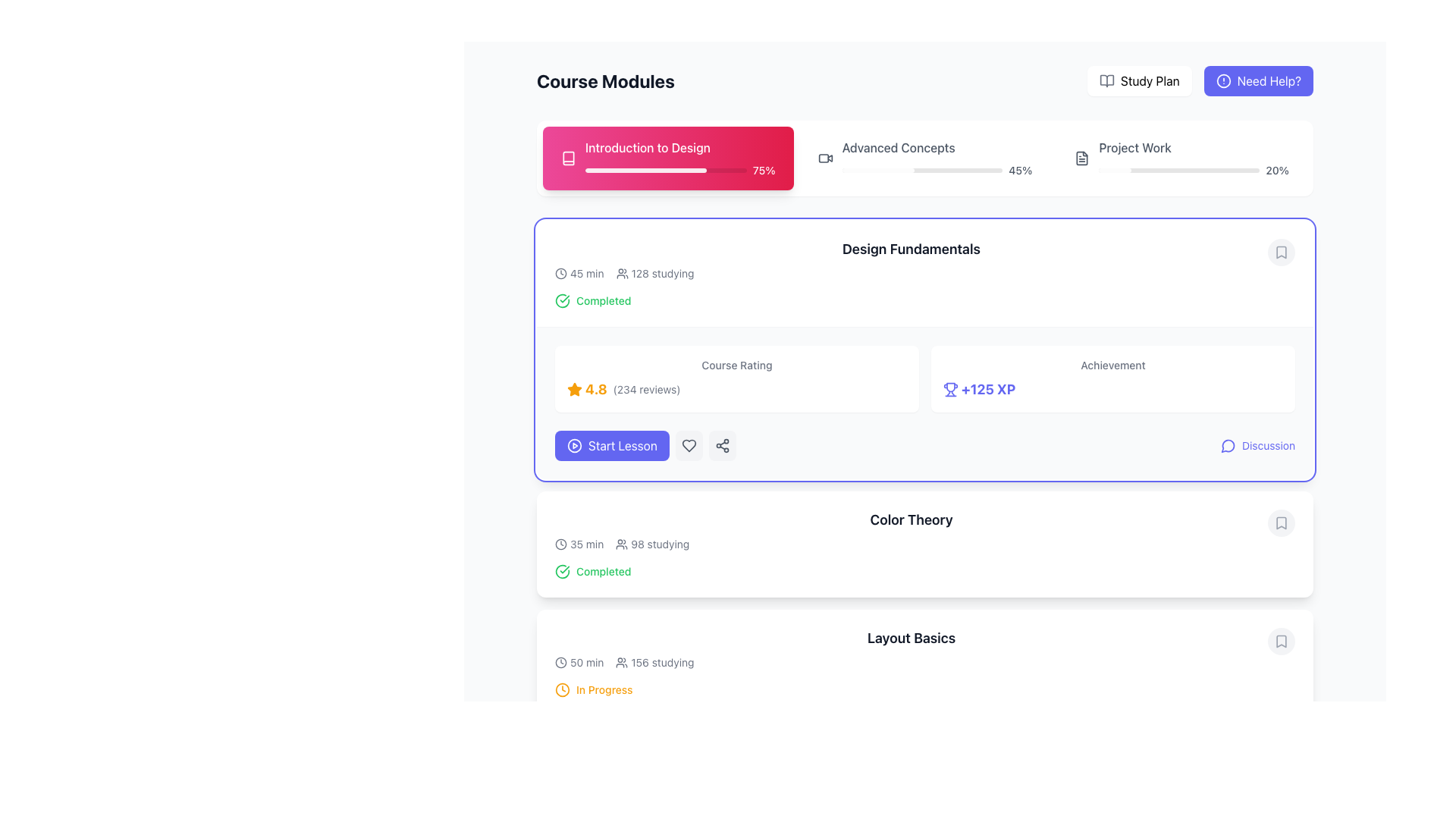  I want to click on the user icon that represents the concept of 'users' or 'participants', located to the left of the text '128 studying', so click(622, 274).